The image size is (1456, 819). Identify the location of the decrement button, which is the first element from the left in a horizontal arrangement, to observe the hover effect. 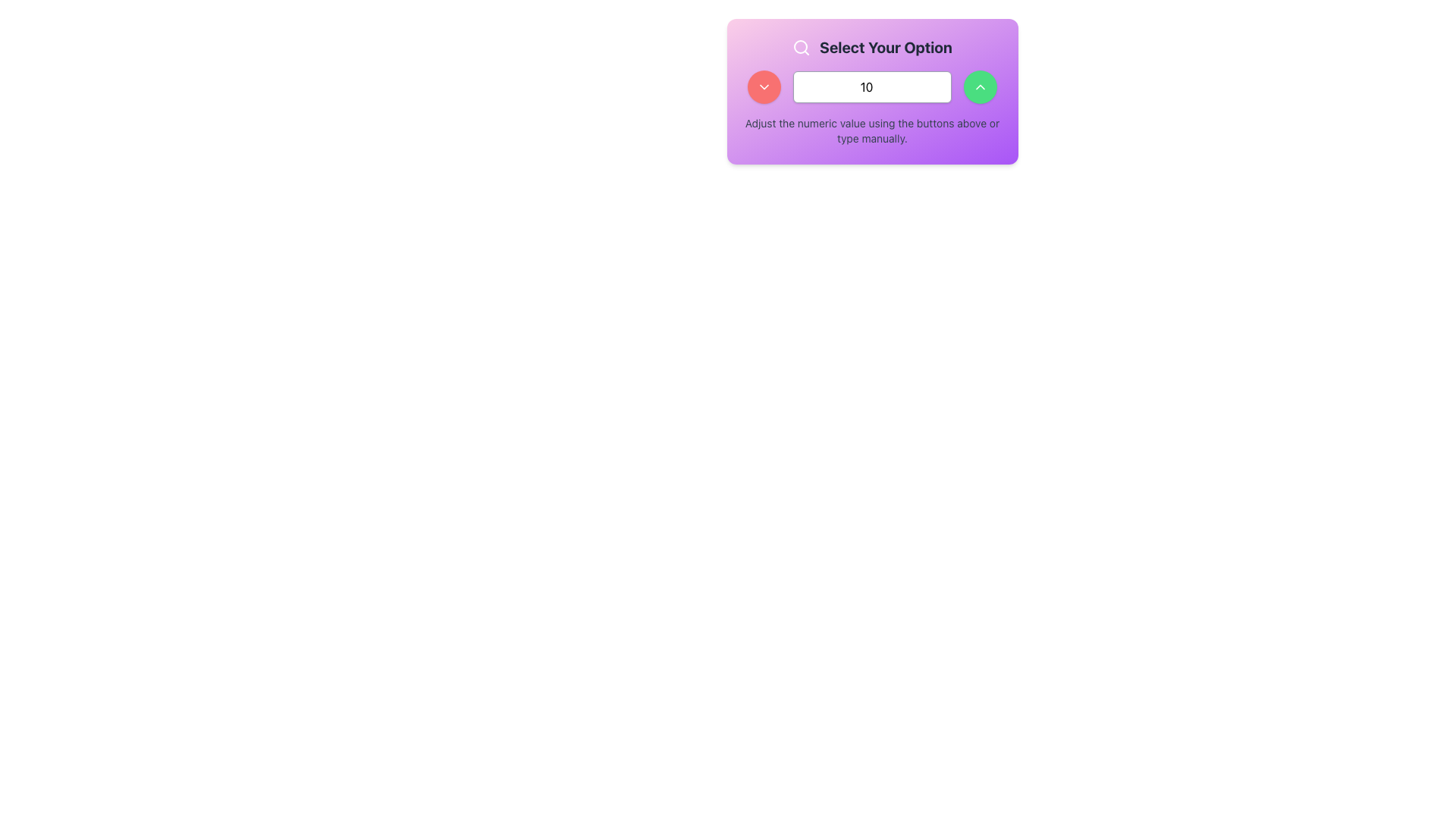
(764, 87).